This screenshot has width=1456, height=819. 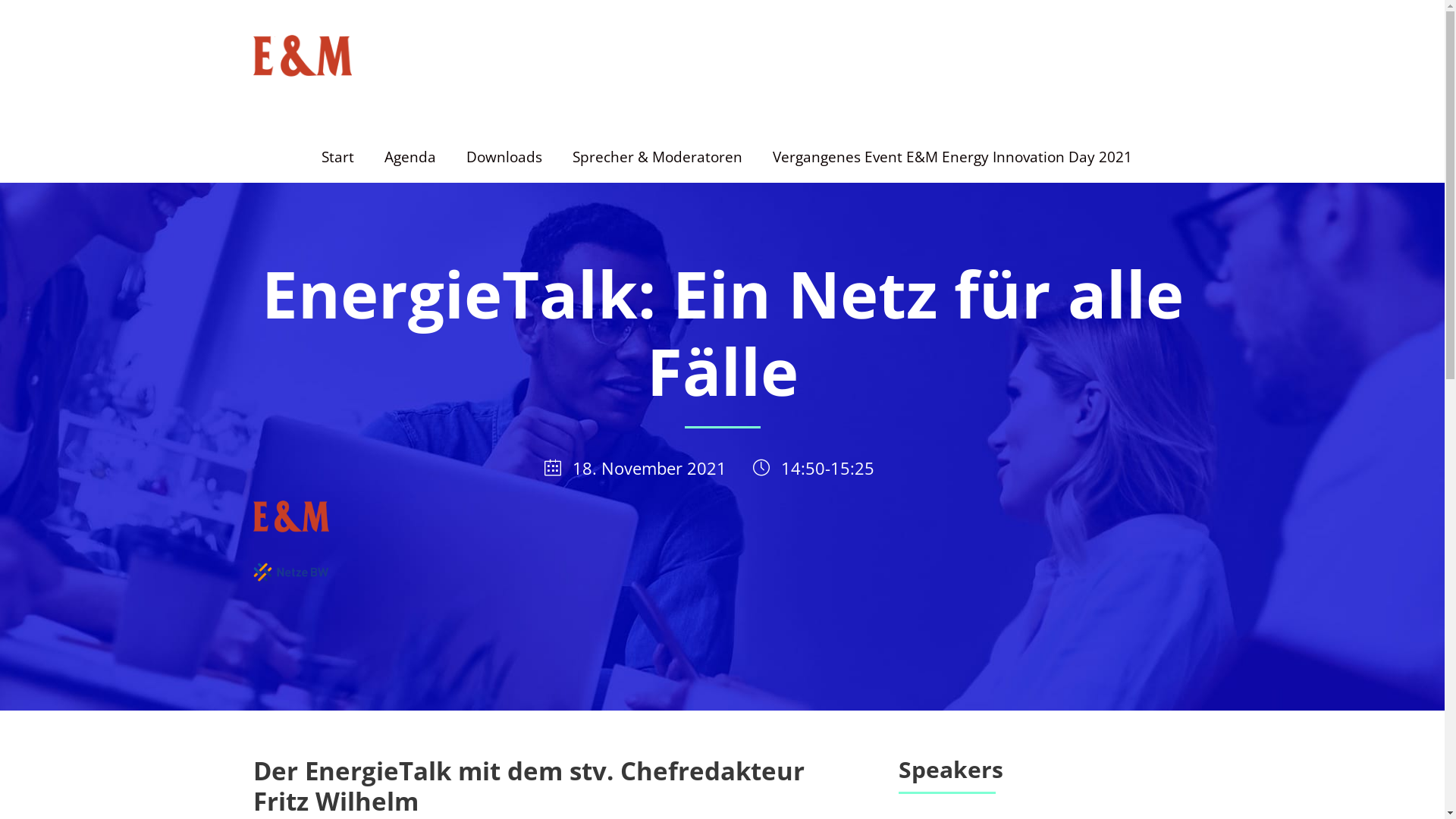 What do you see at coordinates (503, 164) in the screenshot?
I see `'Downloads'` at bounding box center [503, 164].